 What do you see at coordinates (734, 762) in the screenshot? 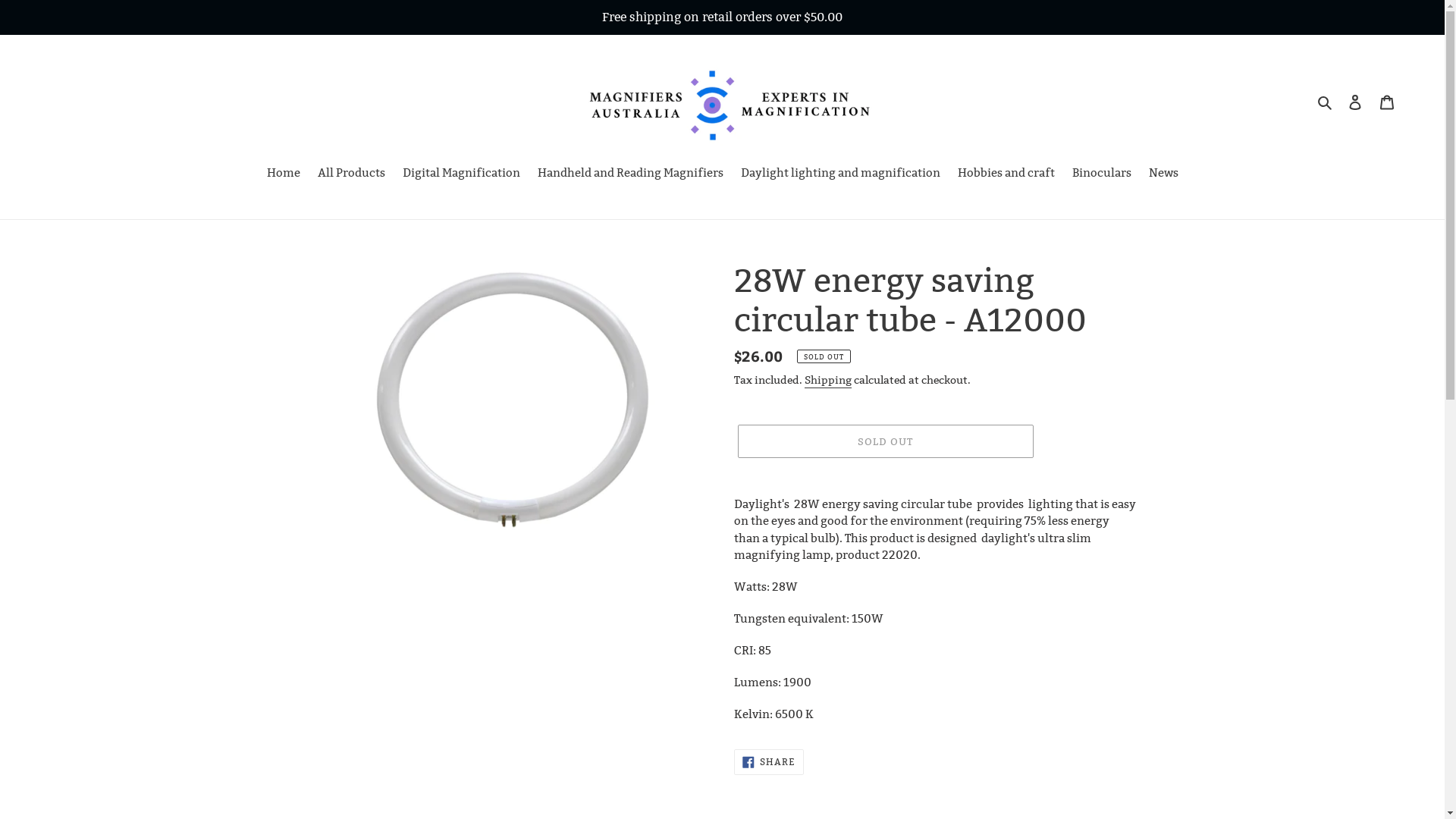
I see `'SHARE` at bounding box center [734, 762].